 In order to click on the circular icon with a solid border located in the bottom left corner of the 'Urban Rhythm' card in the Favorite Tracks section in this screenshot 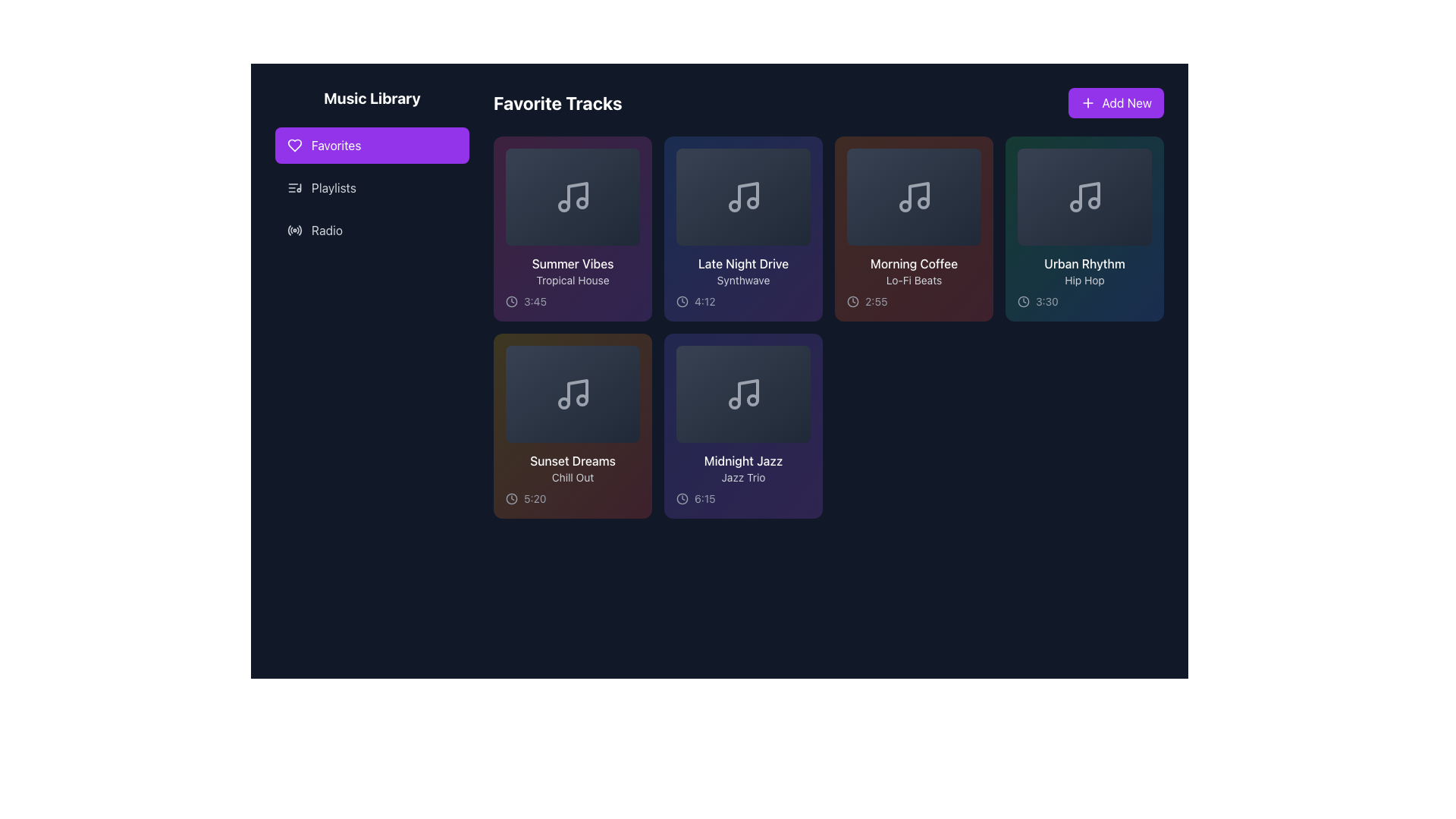, I will do `click(1023, 301)`.